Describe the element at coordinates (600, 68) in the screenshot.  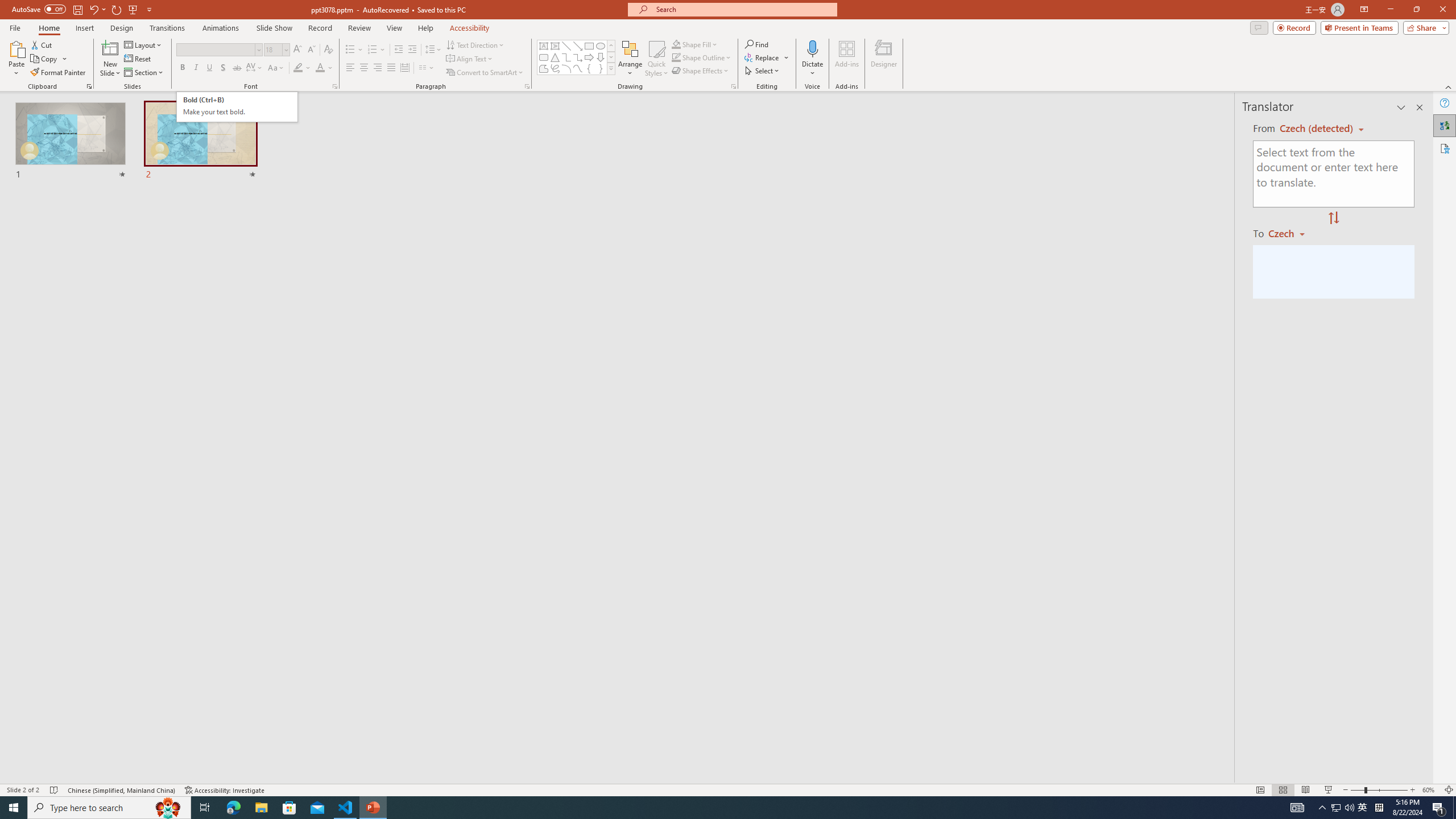
I see `'Right Brace'` at that location.